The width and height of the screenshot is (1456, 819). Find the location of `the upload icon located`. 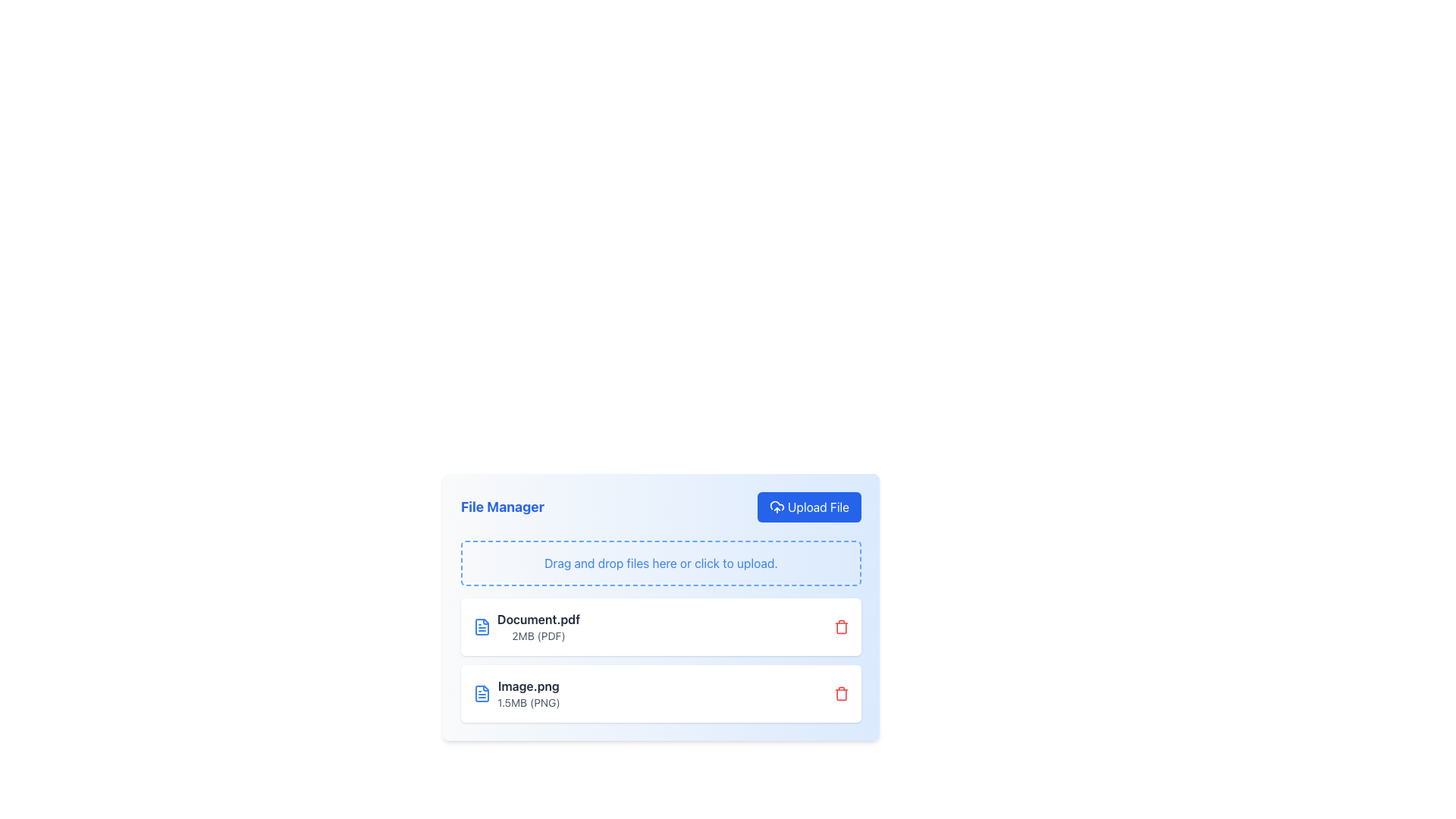

the upload icon located is located at coordinates (777, 507).